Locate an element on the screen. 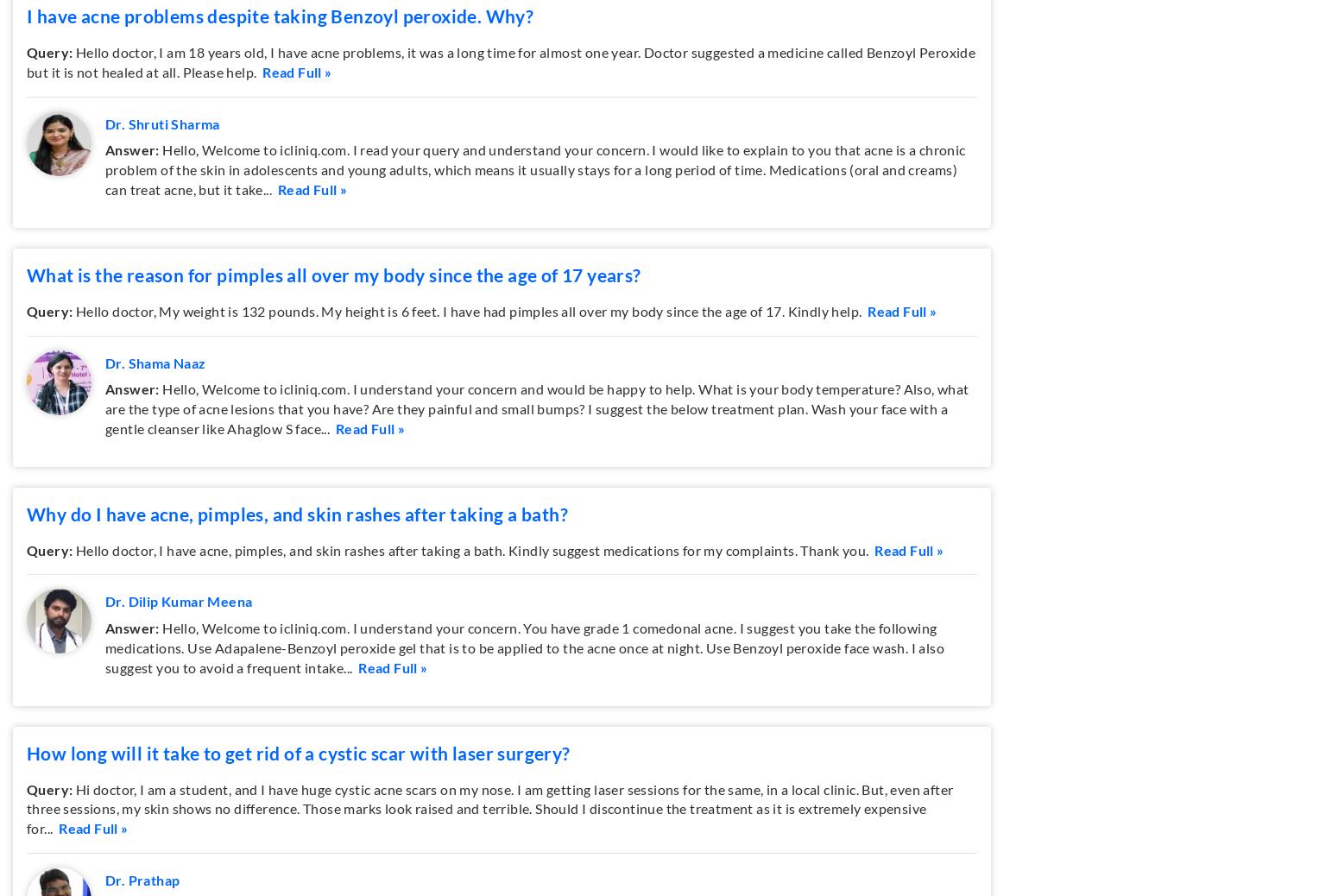 This screenshot has width=1338, height=896. 'Pediatrics' is located at coordinates (520, 116).